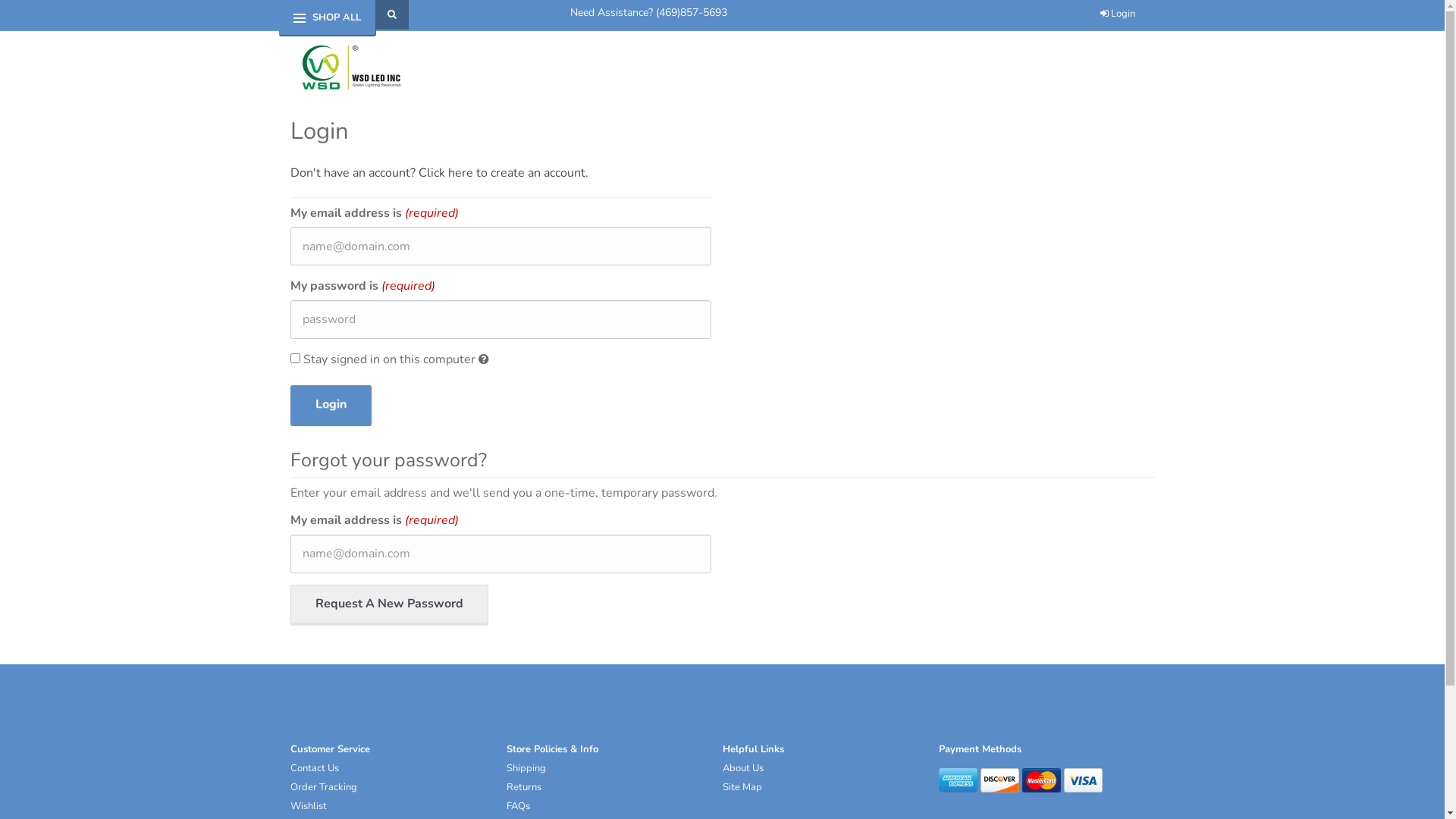  What do you see at coordinates (506, 768) in the screenshot?
I see `'Shipping'` at bounding box center [506, 768].